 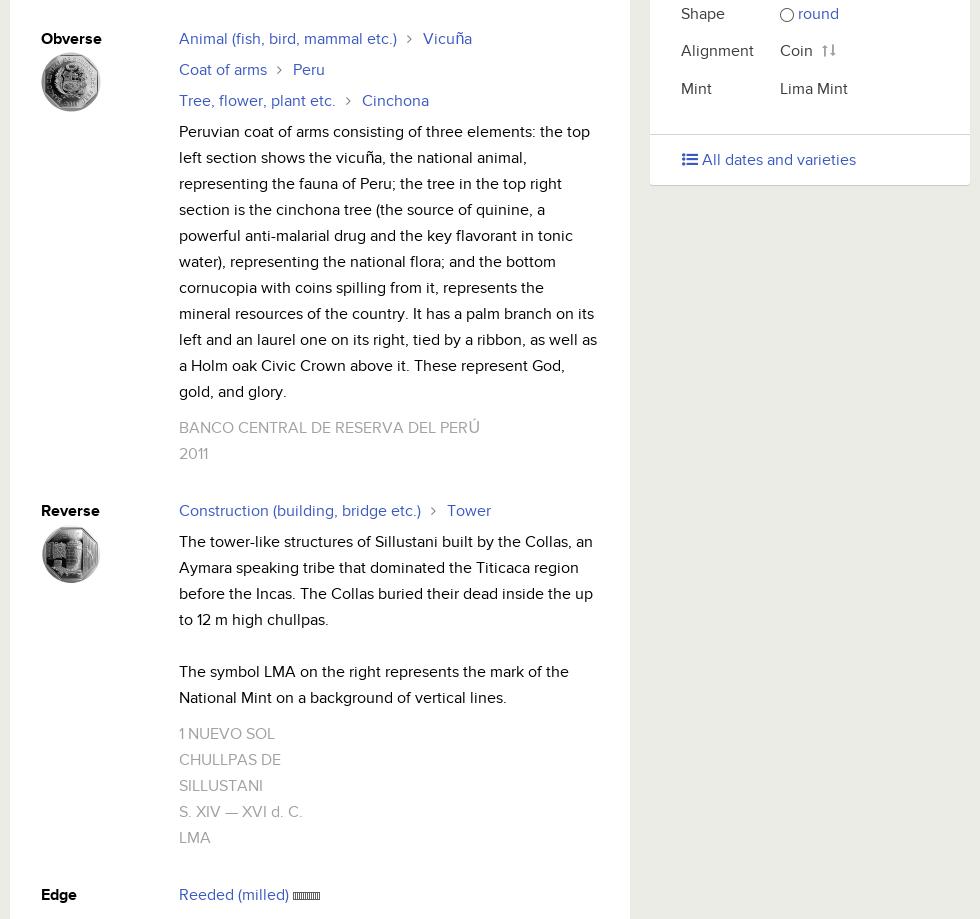 What do you see at coordinates (818, 13) in the screenshot?
I see `'round'` at bounding box center [818, 13].